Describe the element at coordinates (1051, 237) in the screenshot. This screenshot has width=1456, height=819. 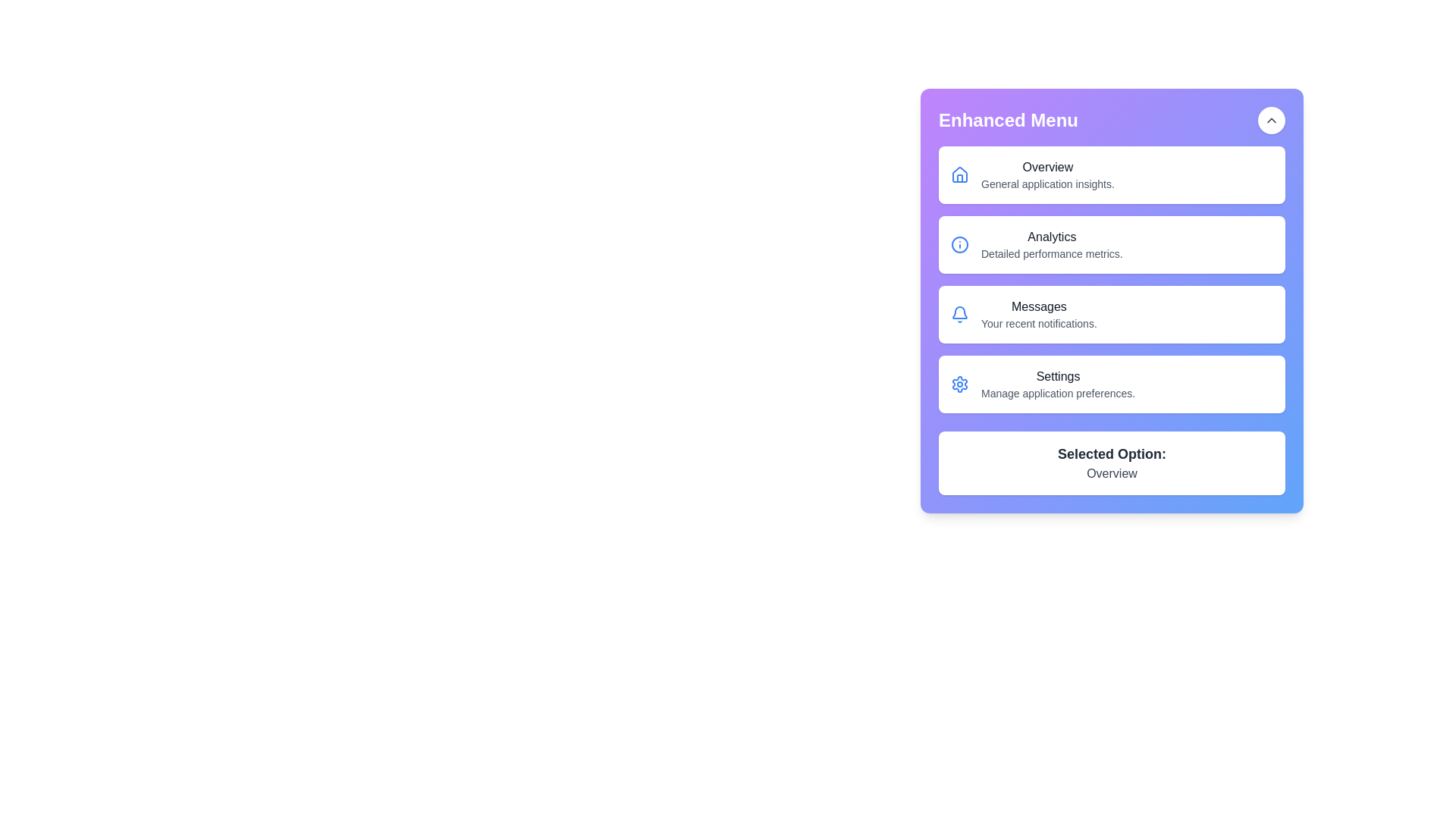
I see `the 'Analytics' text label which serves as a focal point for identifying the menu option, located at the top of the section and preceding the subtitle 'Detailed performance metrics.'` at that location.